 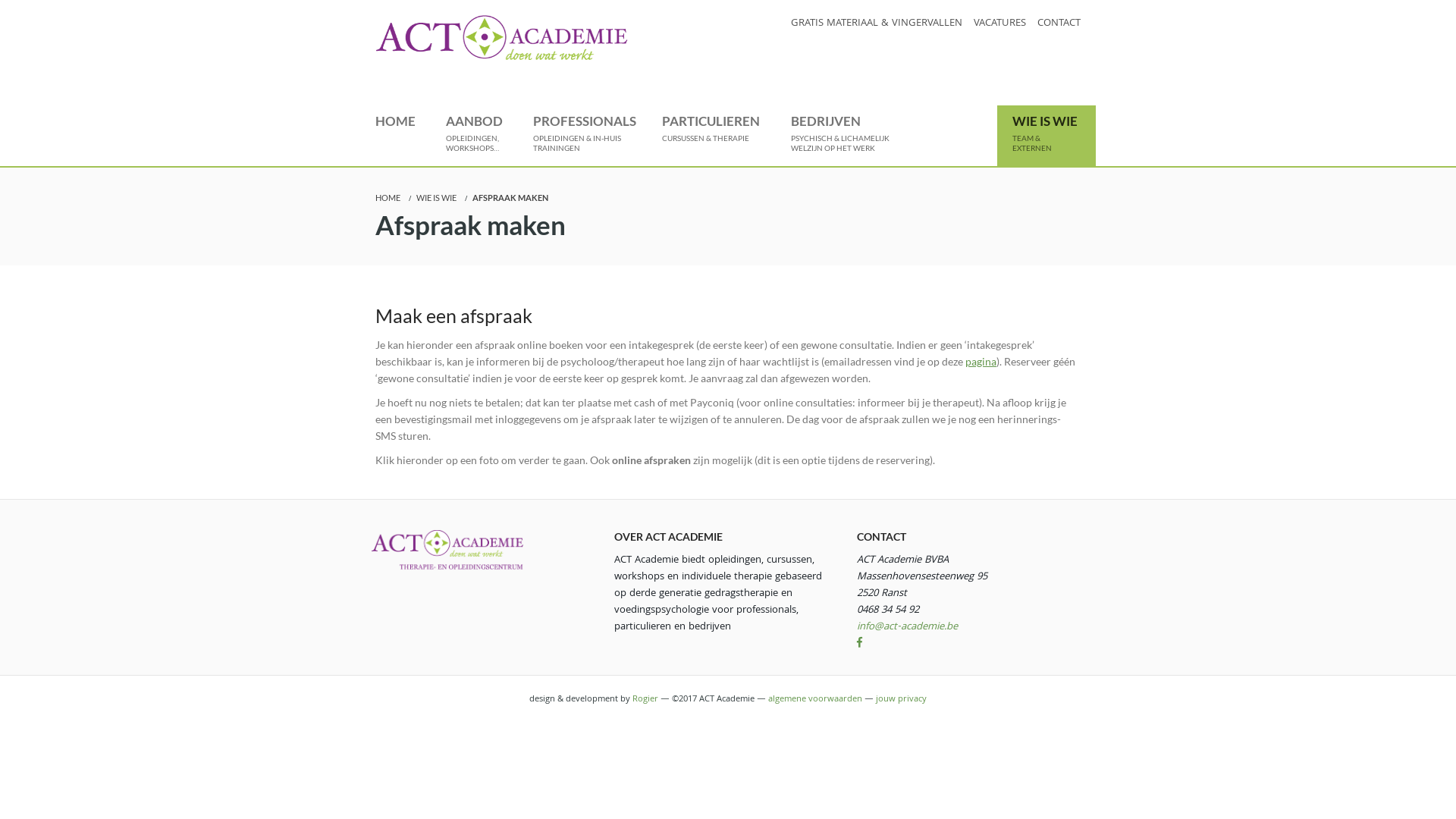 I want to click on 'Rogier', so click(x=645, y=699).